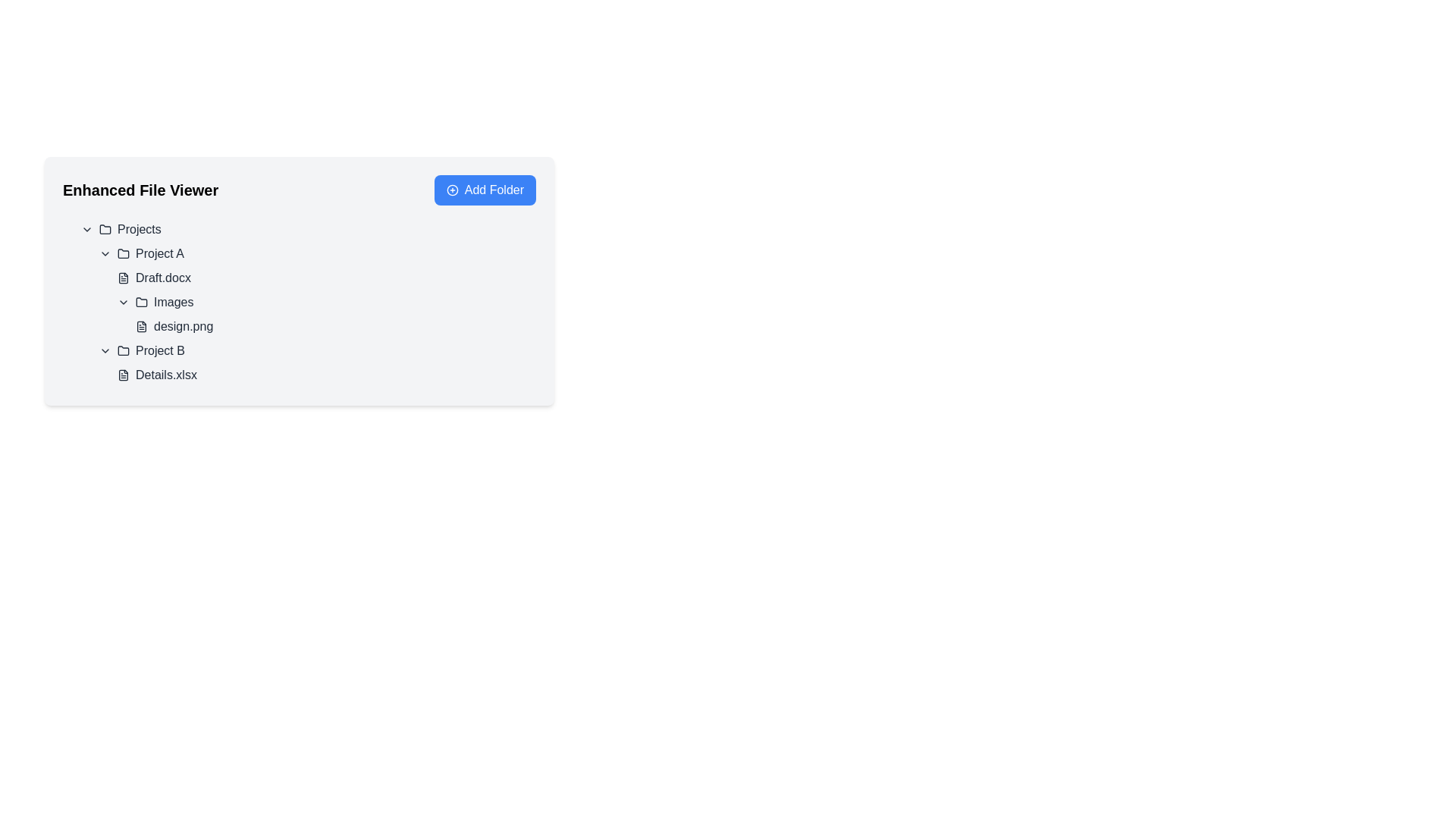 The image size is (1456, 819). I want to click on to select the 'Images' folder text label located under 'Project A' and above 'design.png', so click(174, 302).